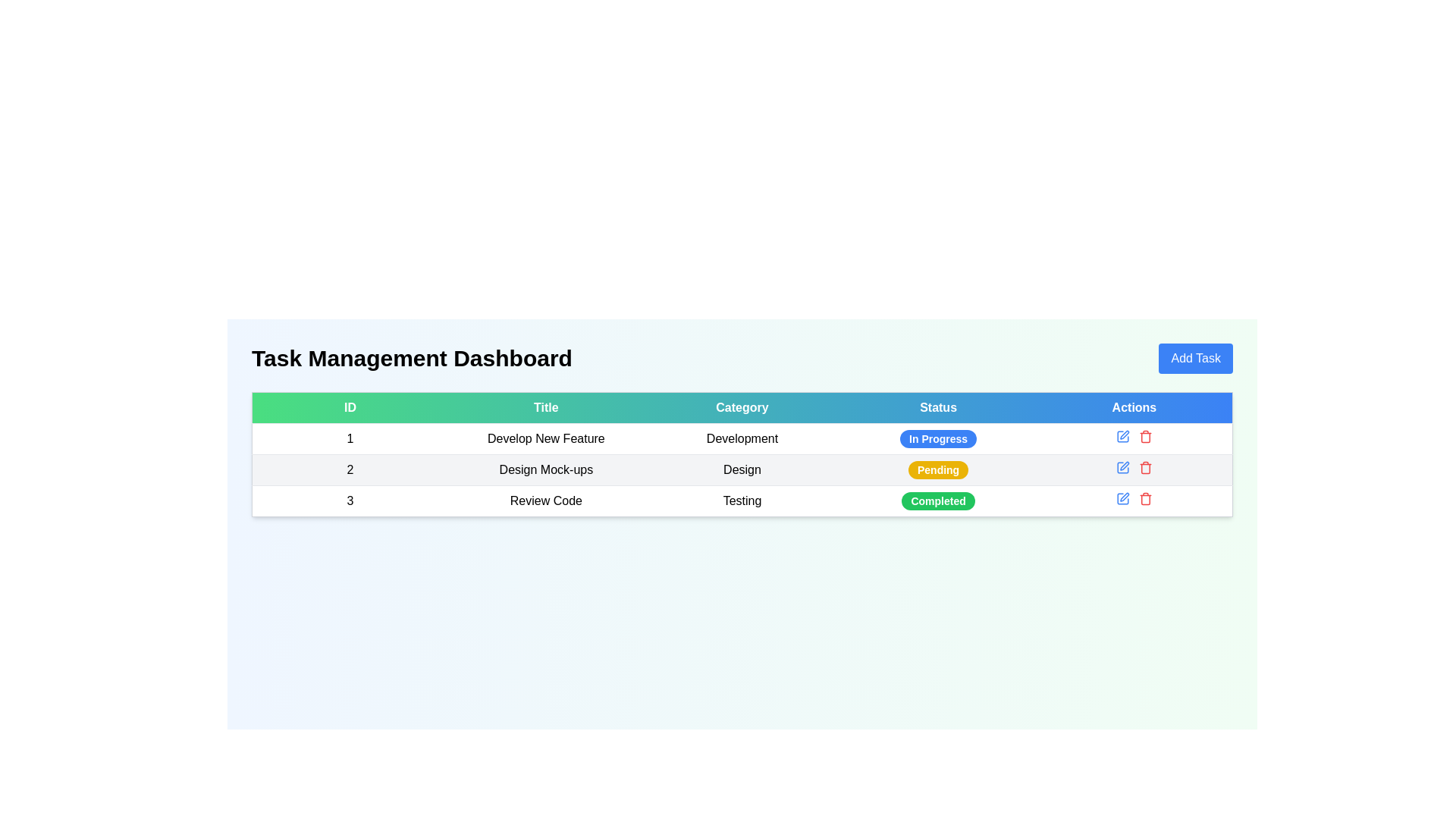  I want to click on the details of the task in the first row of the task management dashboard, which includes its ID, title, category, status, and available actions, so click(742, 438).